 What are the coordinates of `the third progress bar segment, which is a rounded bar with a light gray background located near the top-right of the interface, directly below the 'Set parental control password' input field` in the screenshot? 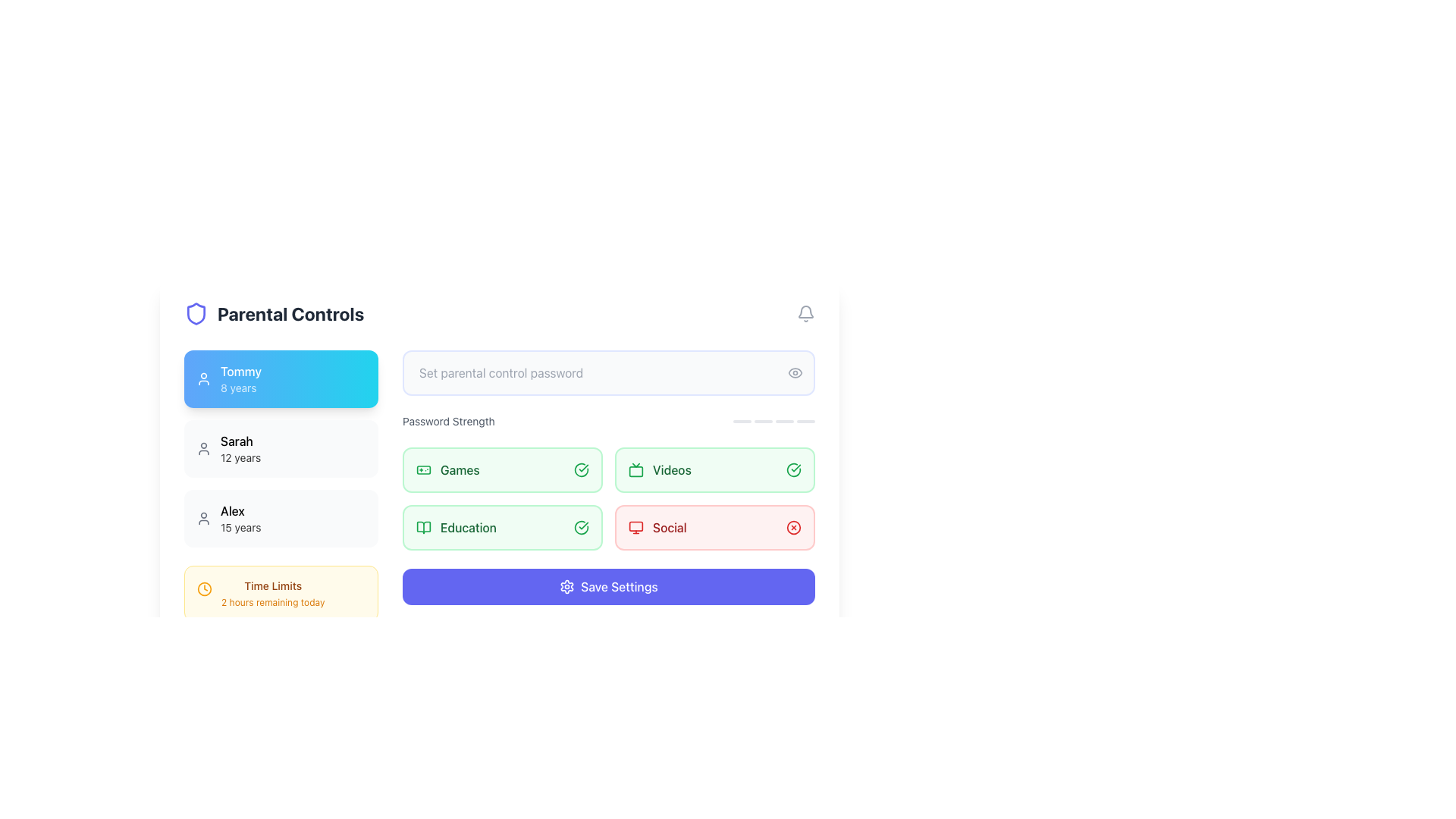 It's located at (785, 421).